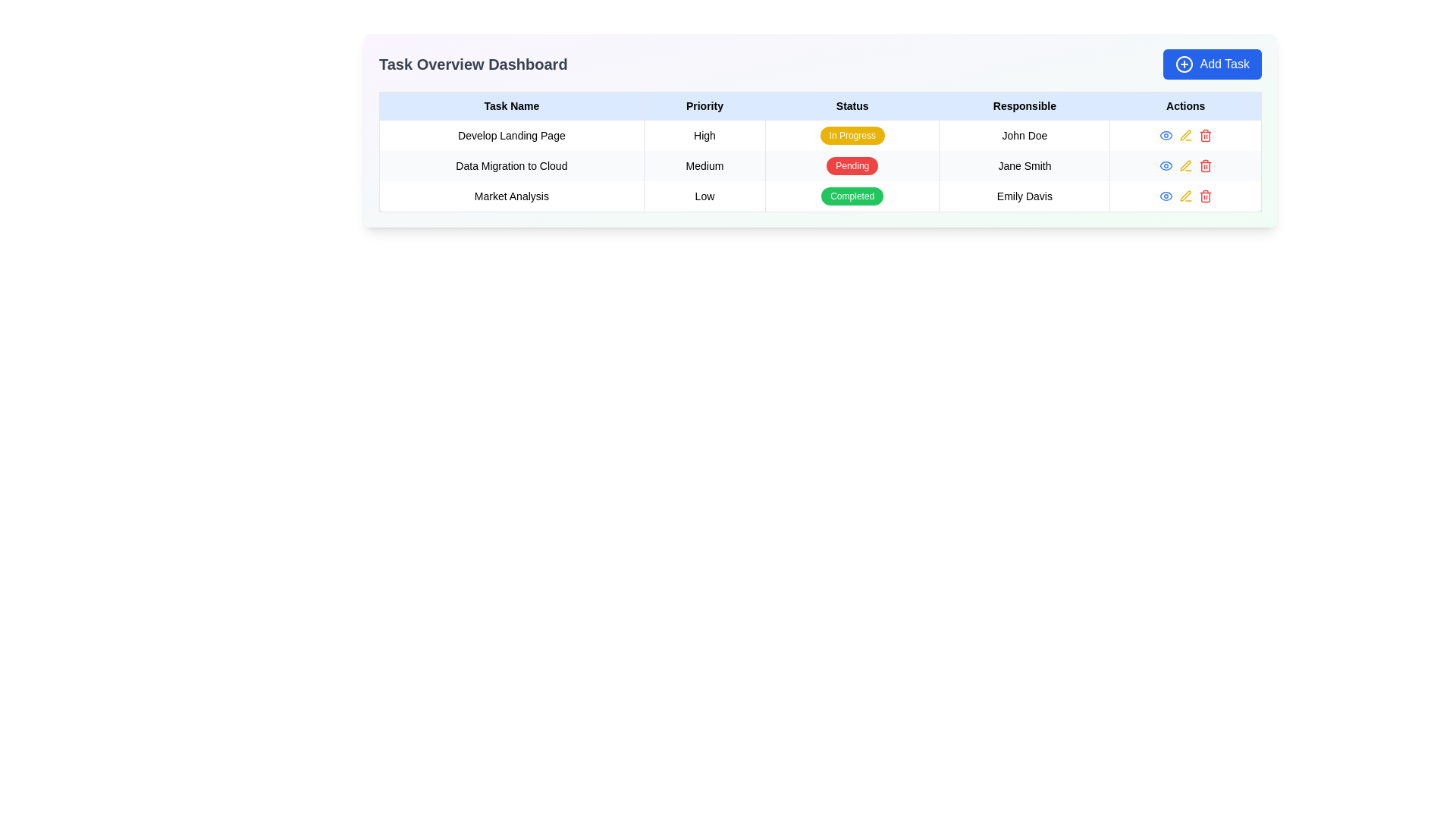 This screenshot has width=1456, height=819. Describe the element at coordinates (704, 134) in the screenshot. I see `the 'High' text label in the second cell of the 'Priority' column for the task 'Develop Landing Page' in the task table` at that location.